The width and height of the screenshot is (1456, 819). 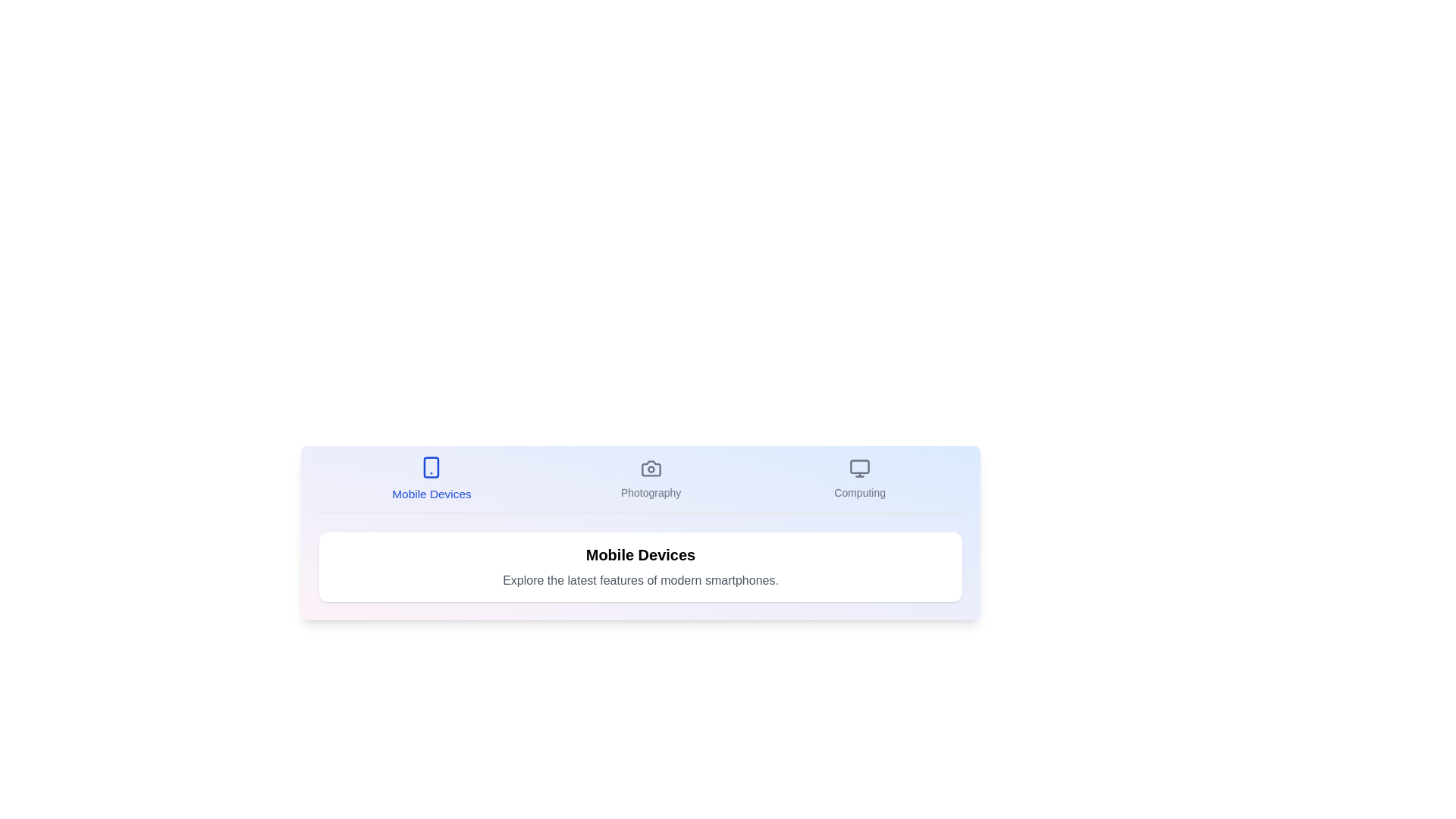 What do you see at coordinates (640, 581) in the screenshot?
I see `the background or container area of the component` at bounding box center [640, 581].